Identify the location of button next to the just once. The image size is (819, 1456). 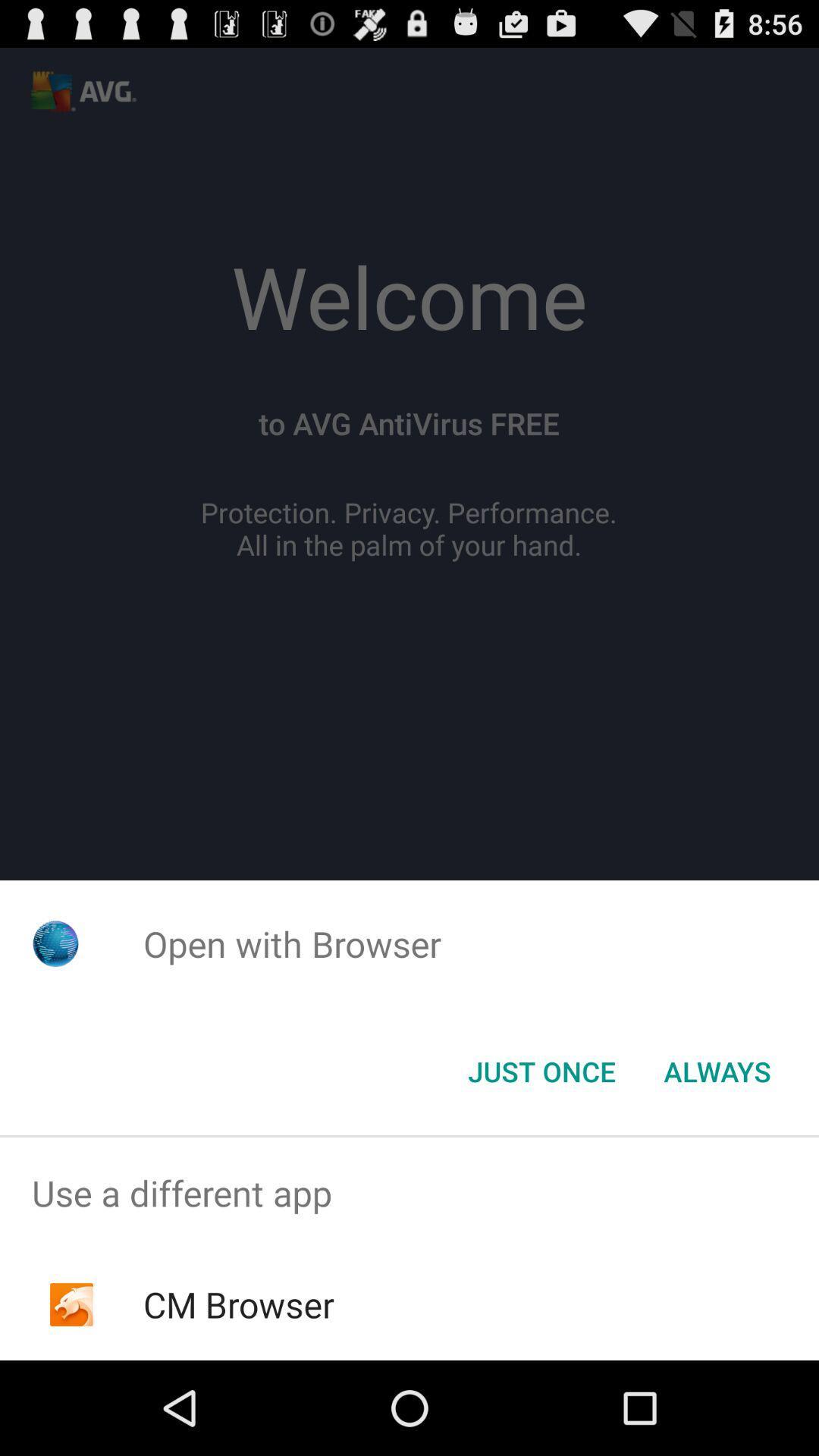
(717, 1070).